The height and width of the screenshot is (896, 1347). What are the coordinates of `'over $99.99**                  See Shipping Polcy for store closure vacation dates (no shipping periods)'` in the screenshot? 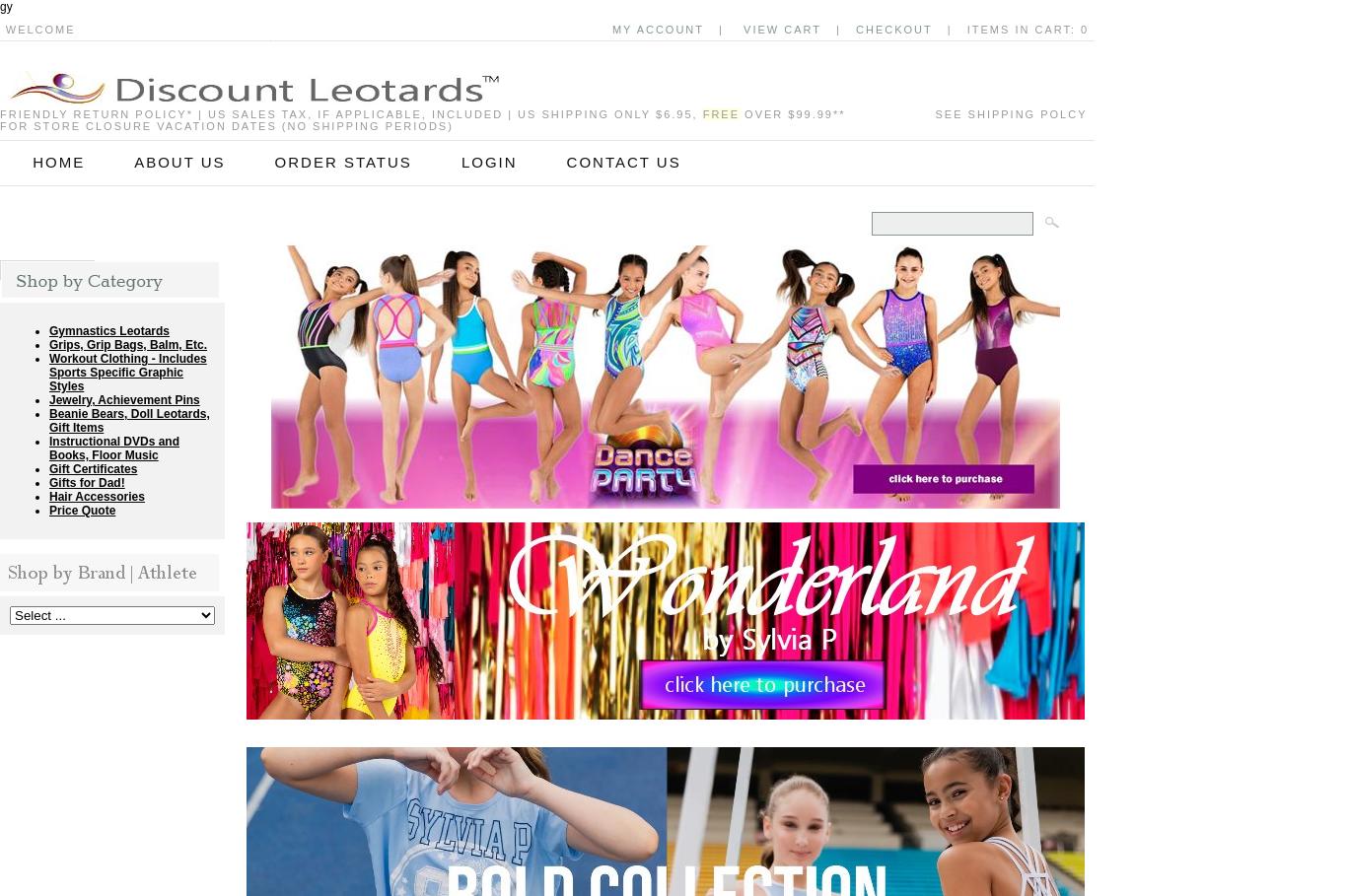 It's located at (543, 119).